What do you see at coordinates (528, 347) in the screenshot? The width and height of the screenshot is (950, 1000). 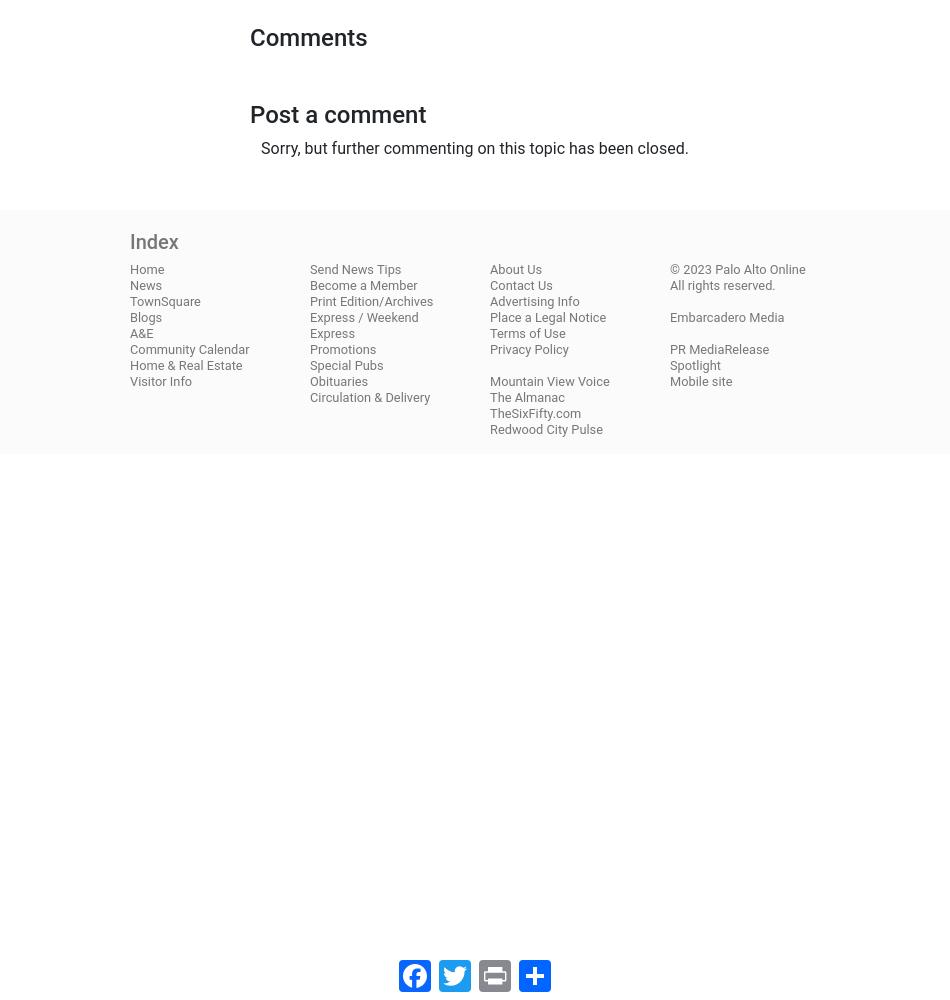 I see `'Privacy Policy'` at bounding box center [528, 347].